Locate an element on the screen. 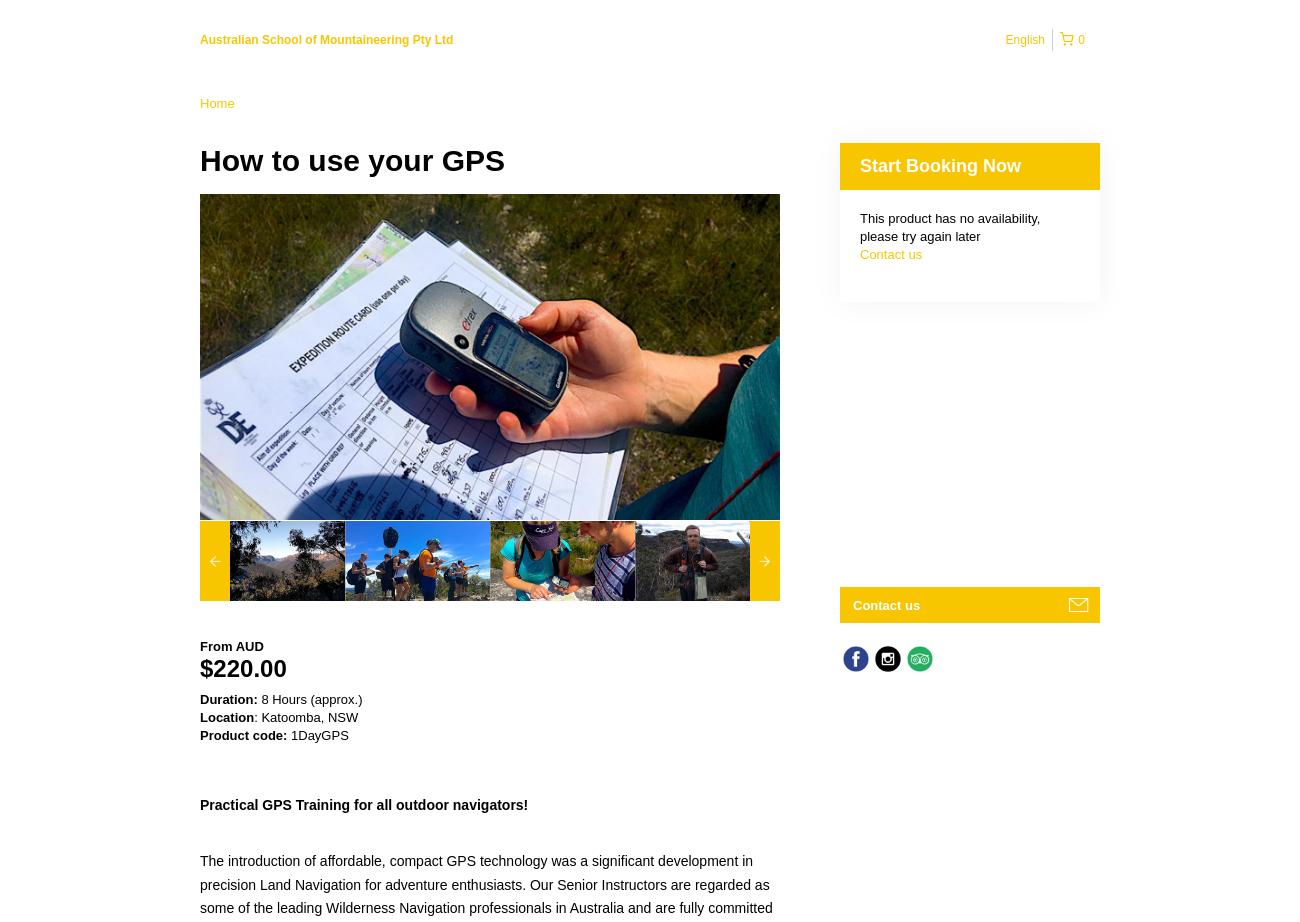 This screenshot has width=1300, height=922. 'Home' is located at coordinates (216, 103).